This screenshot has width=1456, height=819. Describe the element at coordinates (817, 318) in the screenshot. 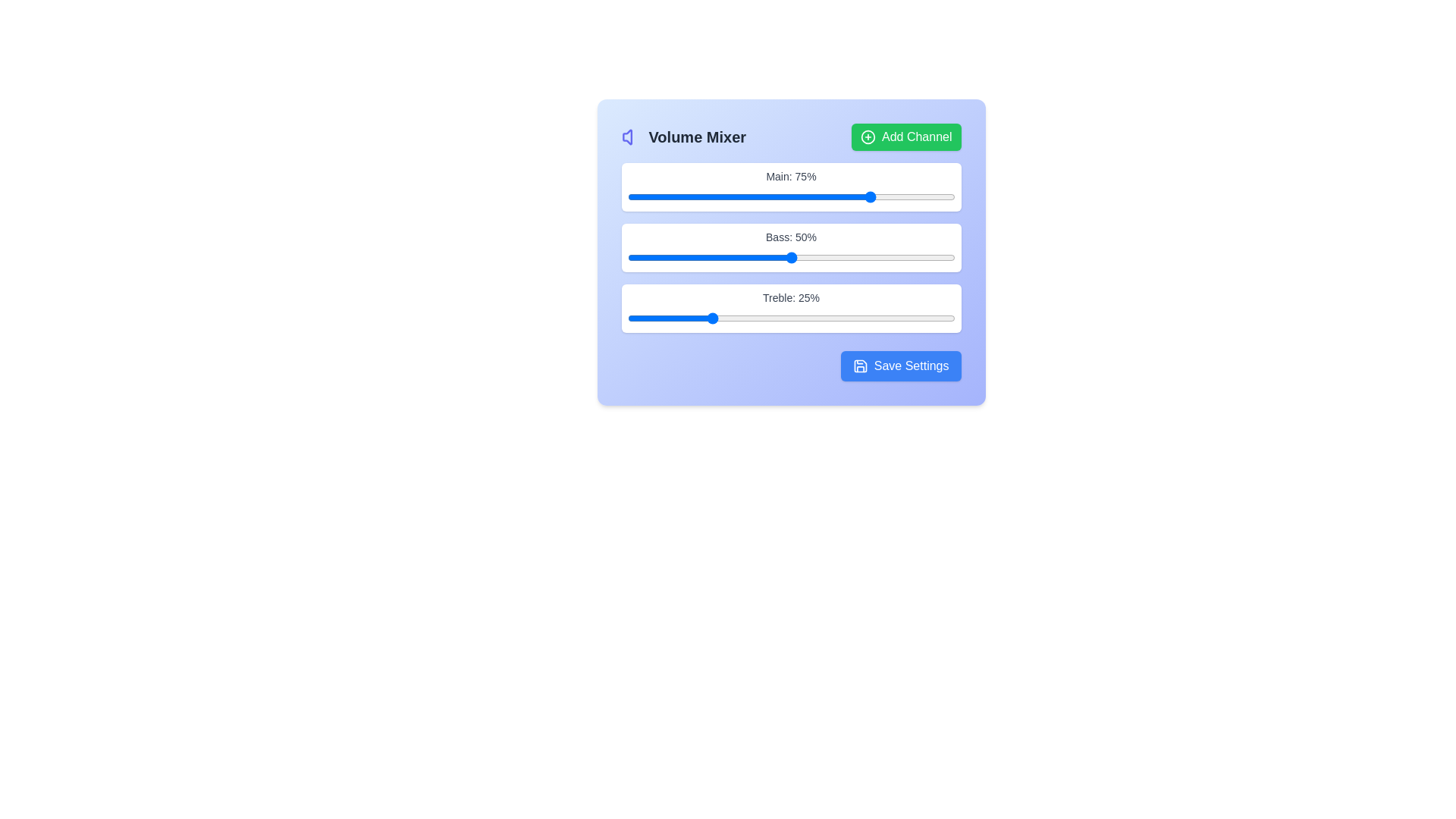

I see `treble` at that location.